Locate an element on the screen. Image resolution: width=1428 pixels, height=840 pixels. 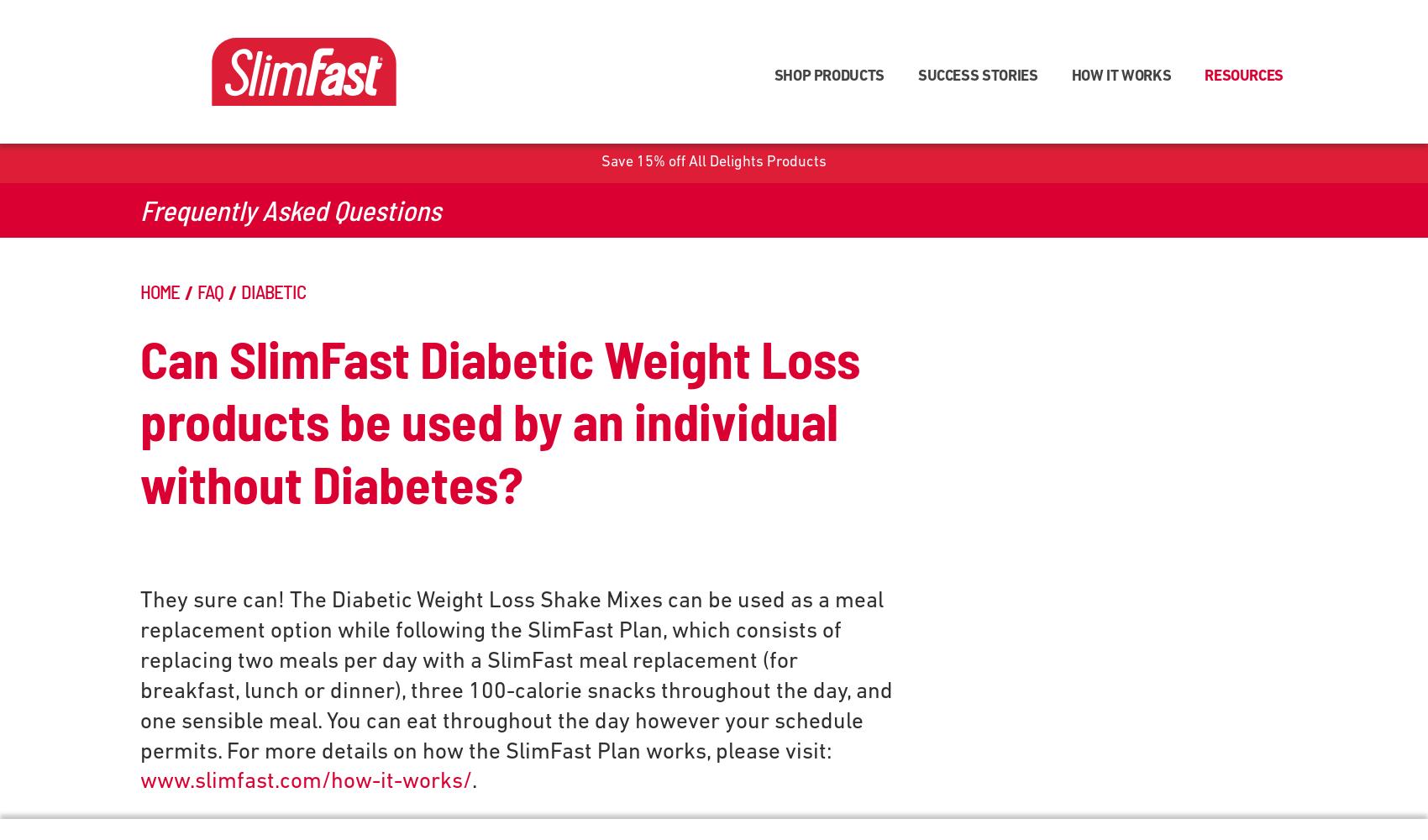
'www.slimfast.com/how-it-works/' is located at coordinates (305, 782).